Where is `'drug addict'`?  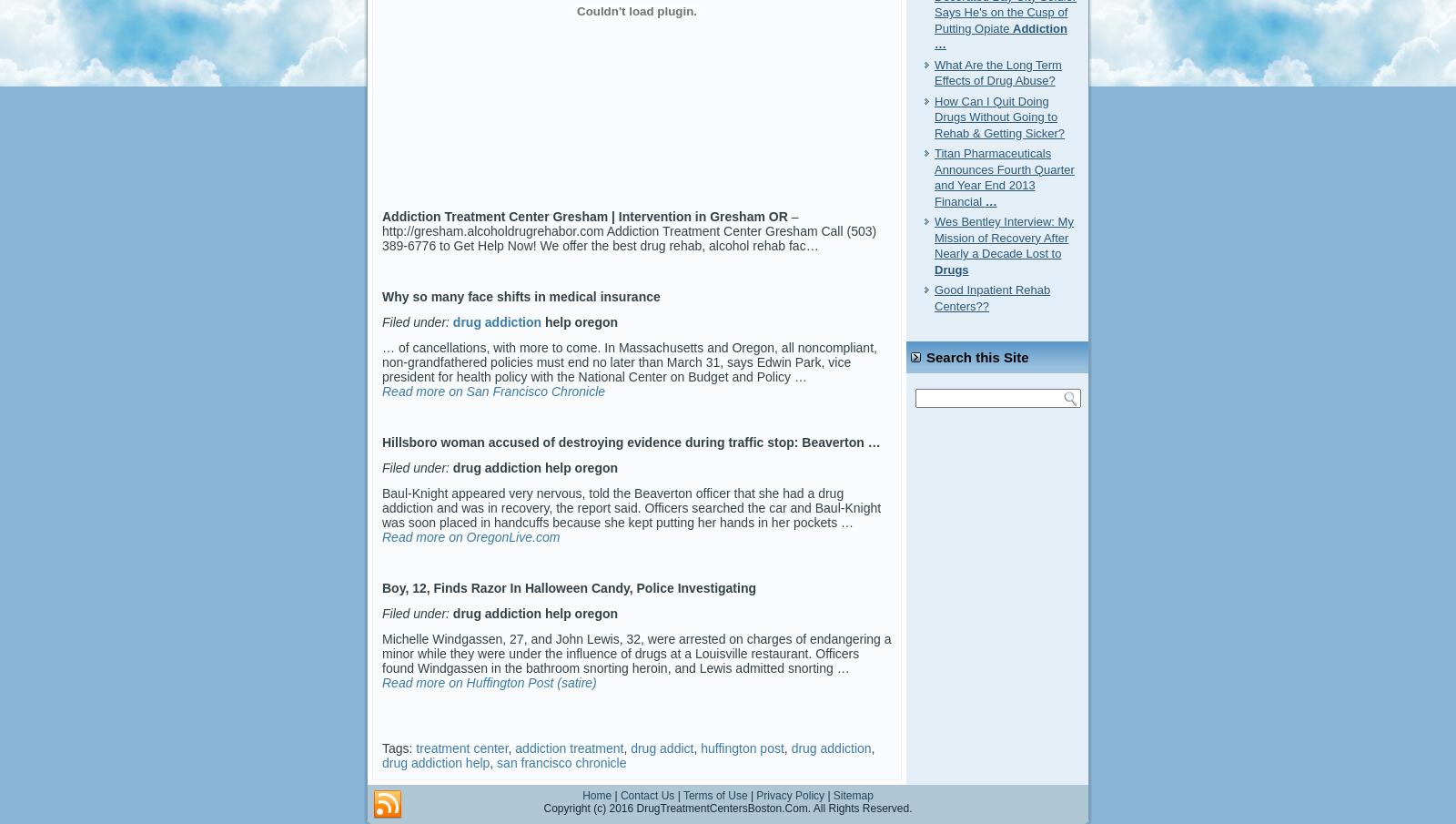
'drug addict' is located at coordinates (662, 748).